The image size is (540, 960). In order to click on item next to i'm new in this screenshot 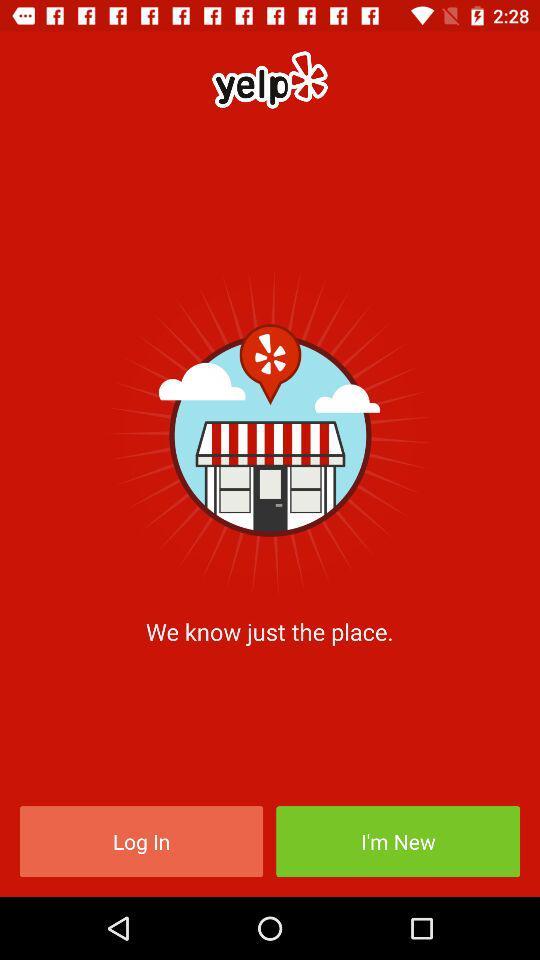, I will do `click(140, 840)`.